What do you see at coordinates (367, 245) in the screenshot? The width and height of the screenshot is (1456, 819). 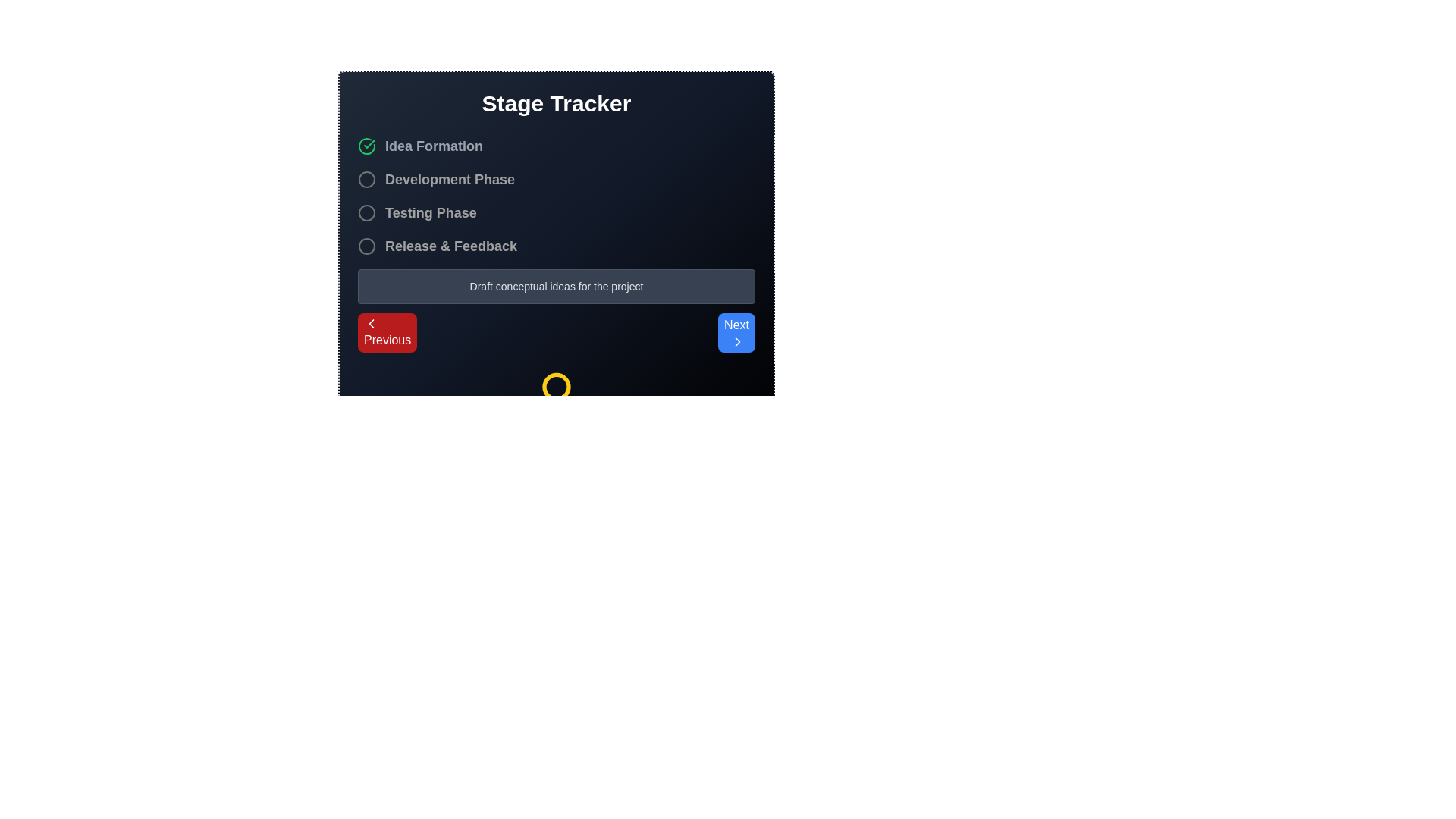 I see `the circular interactive icon located to the left of the 'Release & Feedback' text` at bounding box center [367, 245].